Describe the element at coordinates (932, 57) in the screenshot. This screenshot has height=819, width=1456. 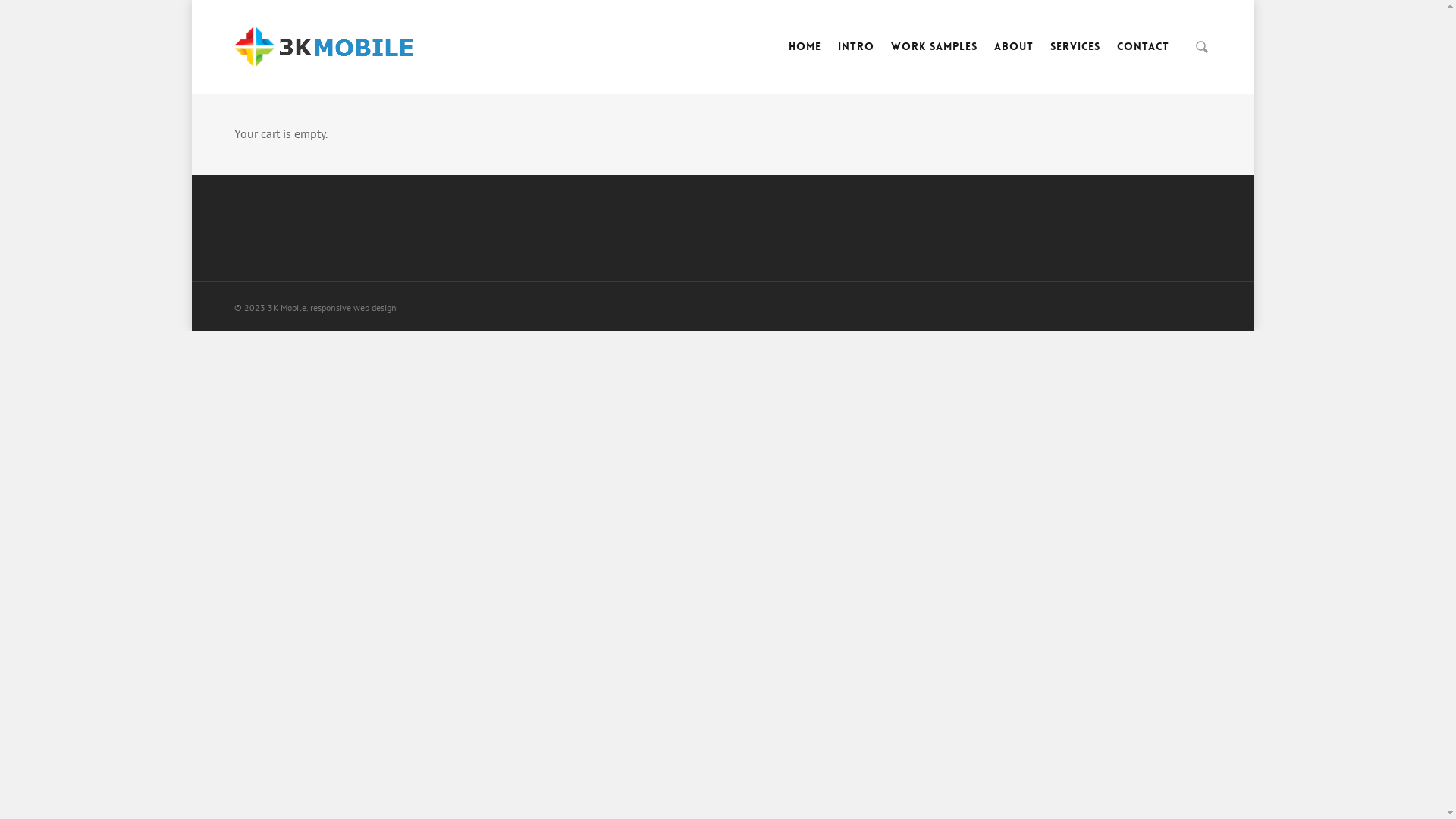
I see `'Work Samples'` at that location.